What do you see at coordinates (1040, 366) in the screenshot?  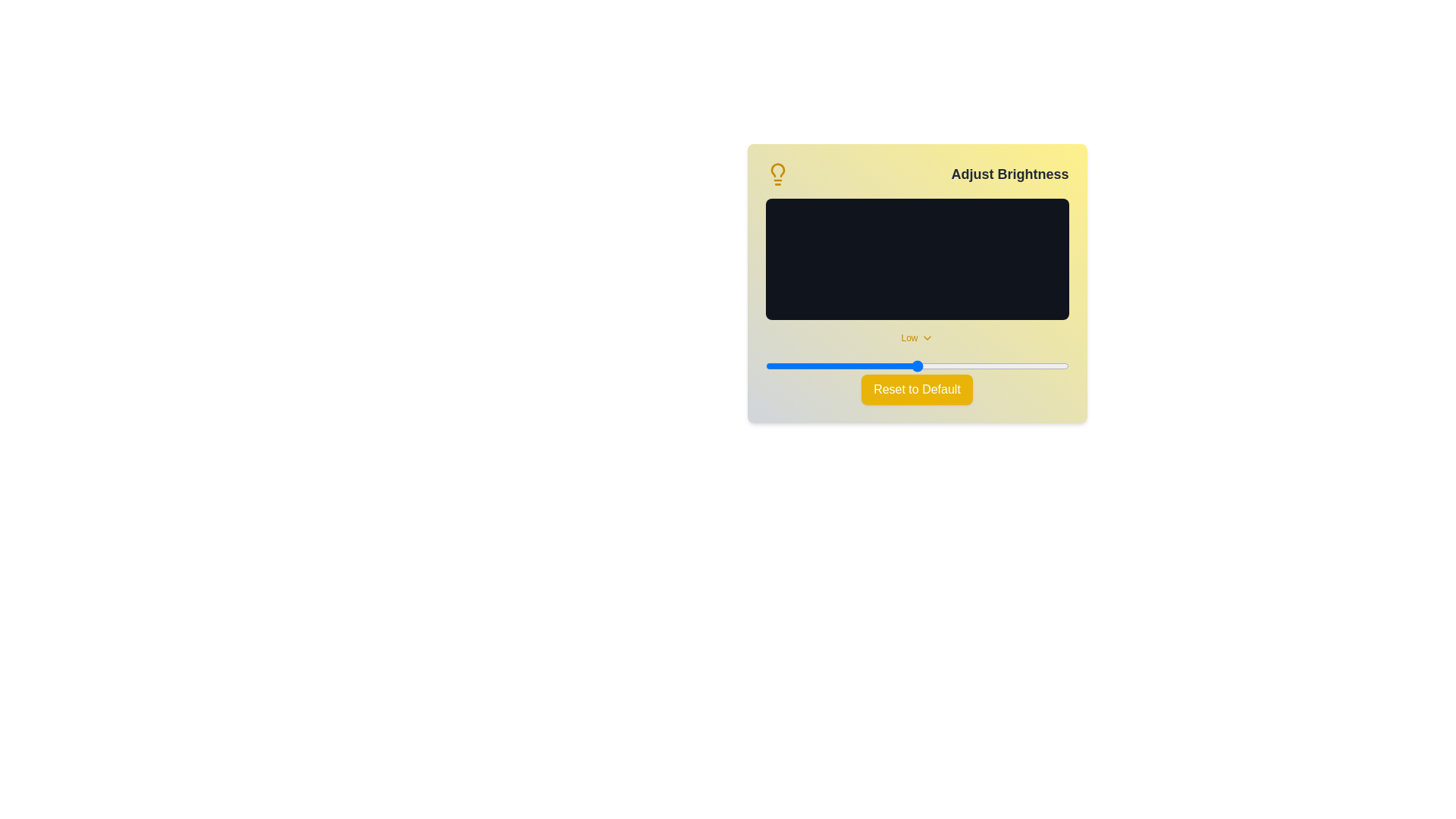 I see `the brightness slider to 91 percent` at bounding box center [1040, 366].